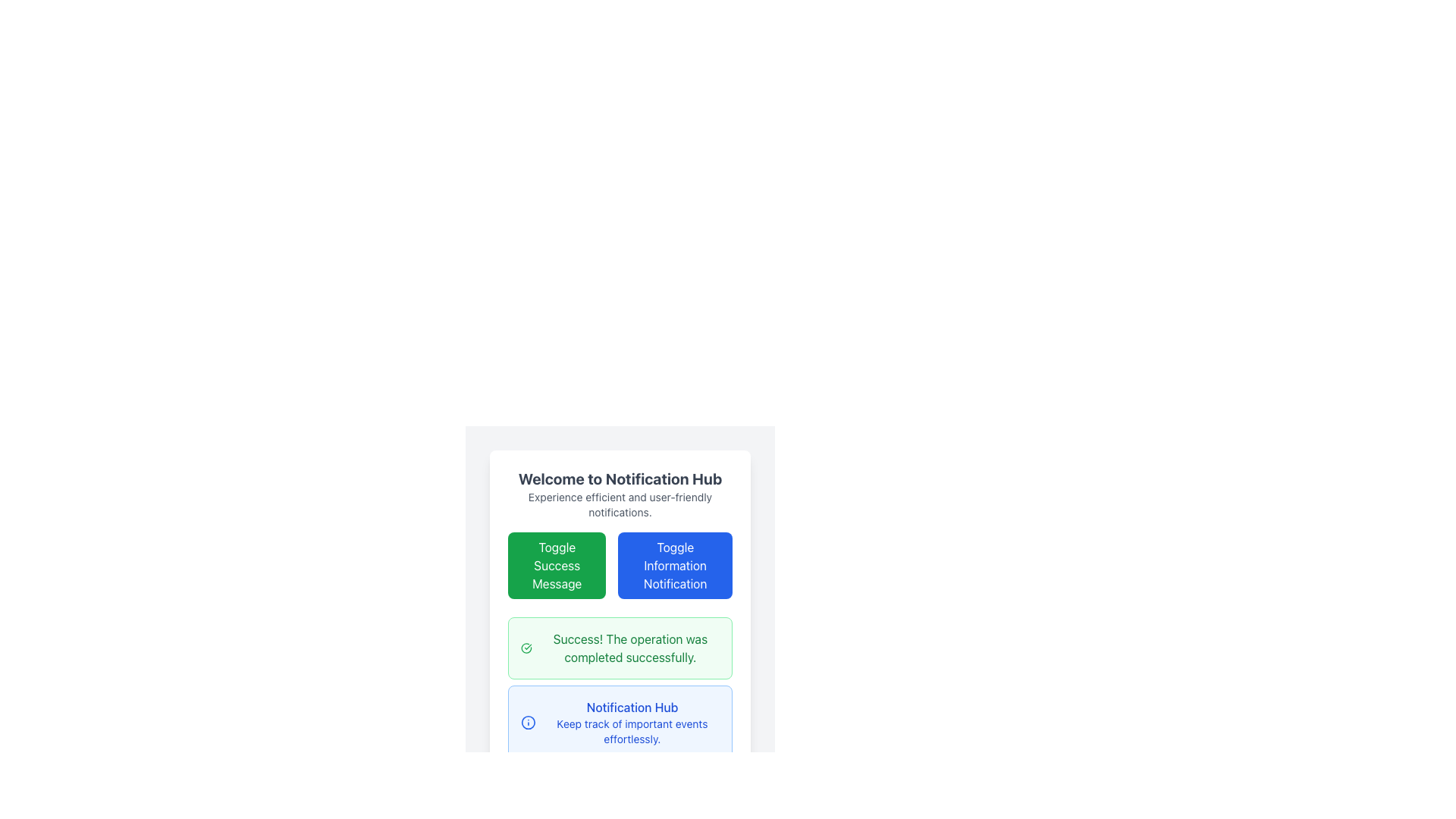 The height and width of the screenshot is (819, 1456). What do you see at coordinates (620, 648) in the screenshot?
I see `text from the Notification Card, which is located in the middle section of the layout, positioned below the 'Toggle Success Message' and 'Toggle Information Notification' buttons, and above the 'Notification Hub' card` at bounding box center [620, 648].